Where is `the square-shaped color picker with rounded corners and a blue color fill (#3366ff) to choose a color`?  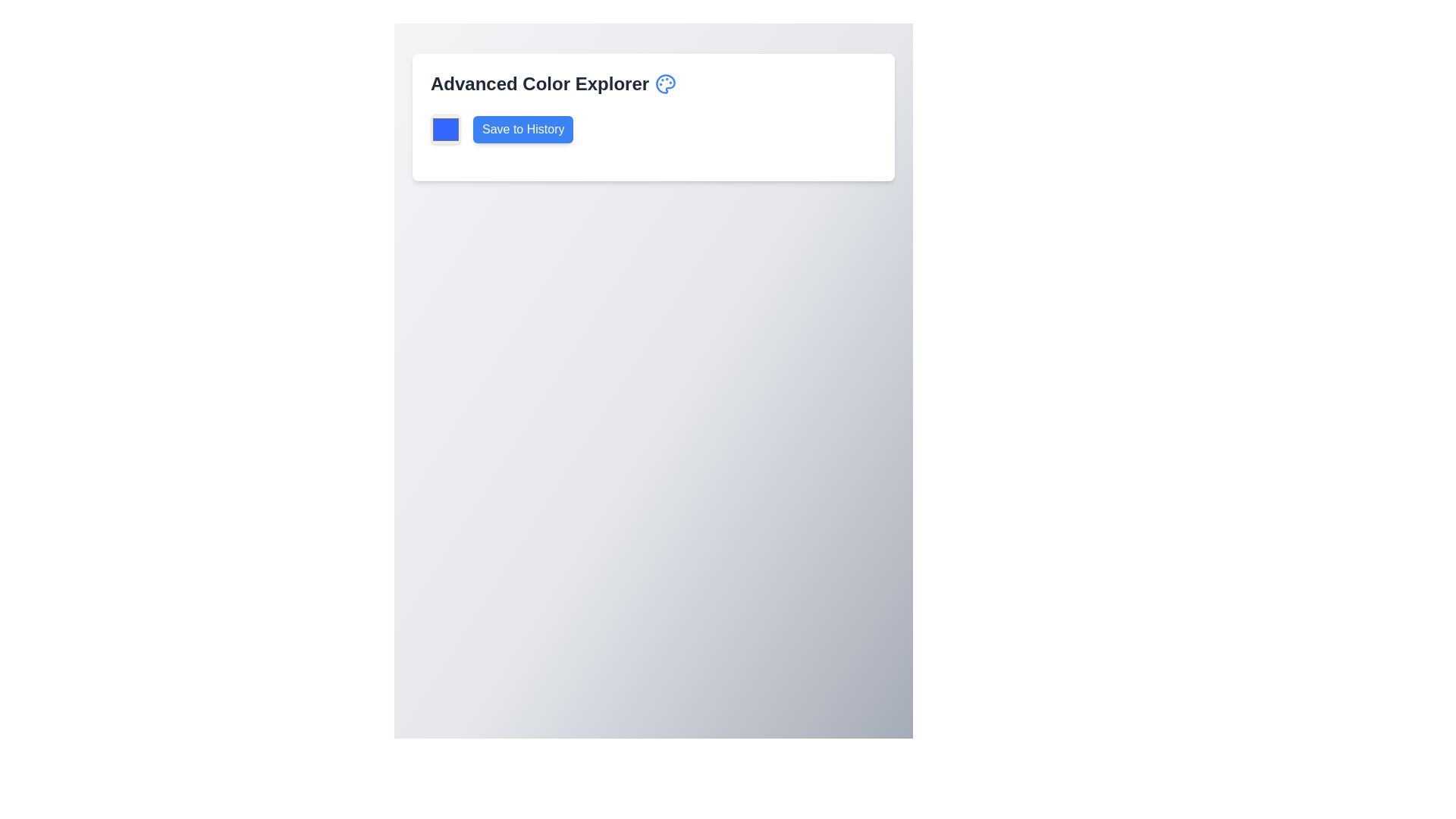 the square-shaped color picker with rounded corners and a blue color fill (#3366ff) to choose a color is located at coordinates (445, 128).